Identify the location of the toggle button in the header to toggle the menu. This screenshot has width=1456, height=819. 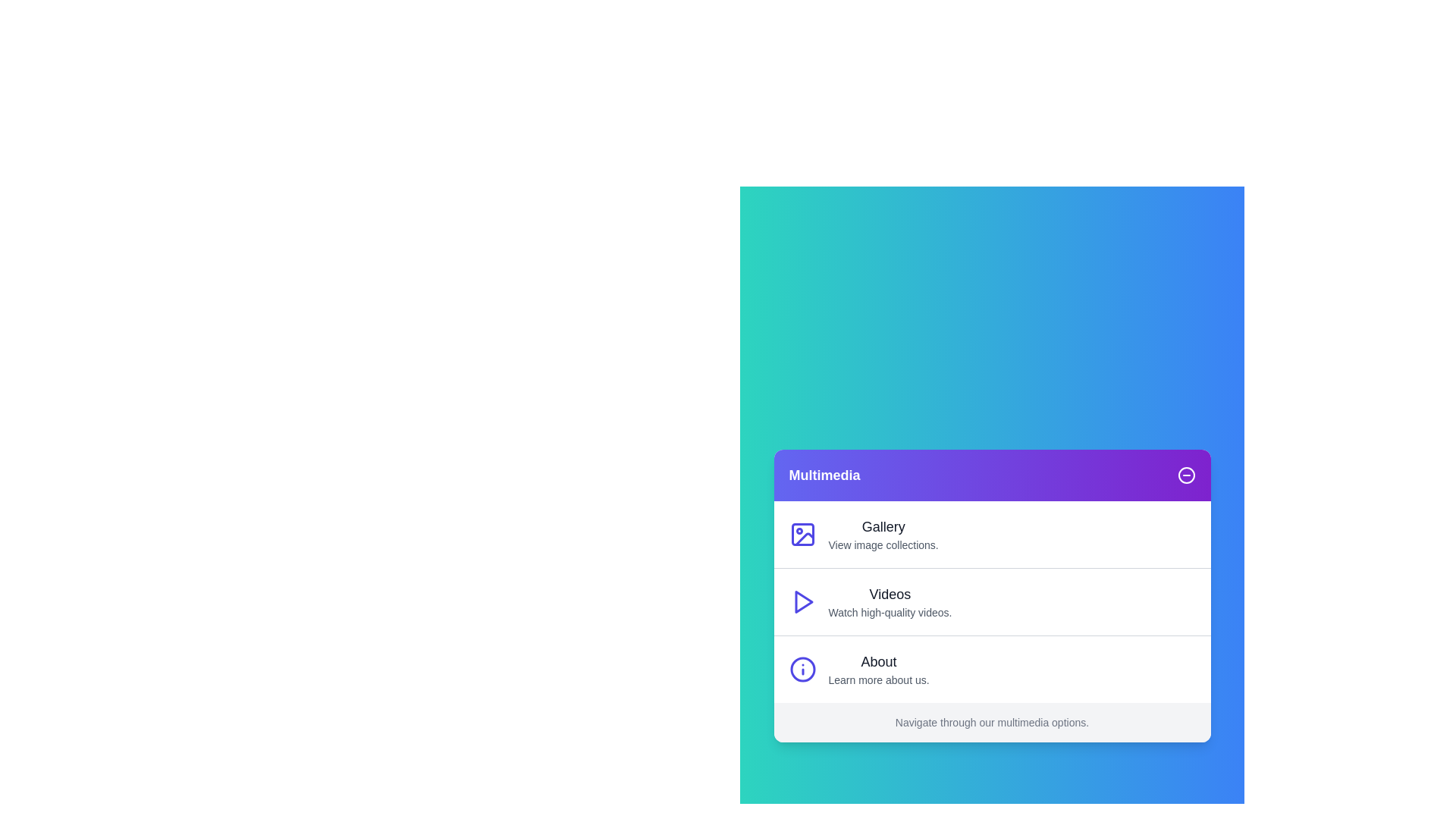
(1185, 475).